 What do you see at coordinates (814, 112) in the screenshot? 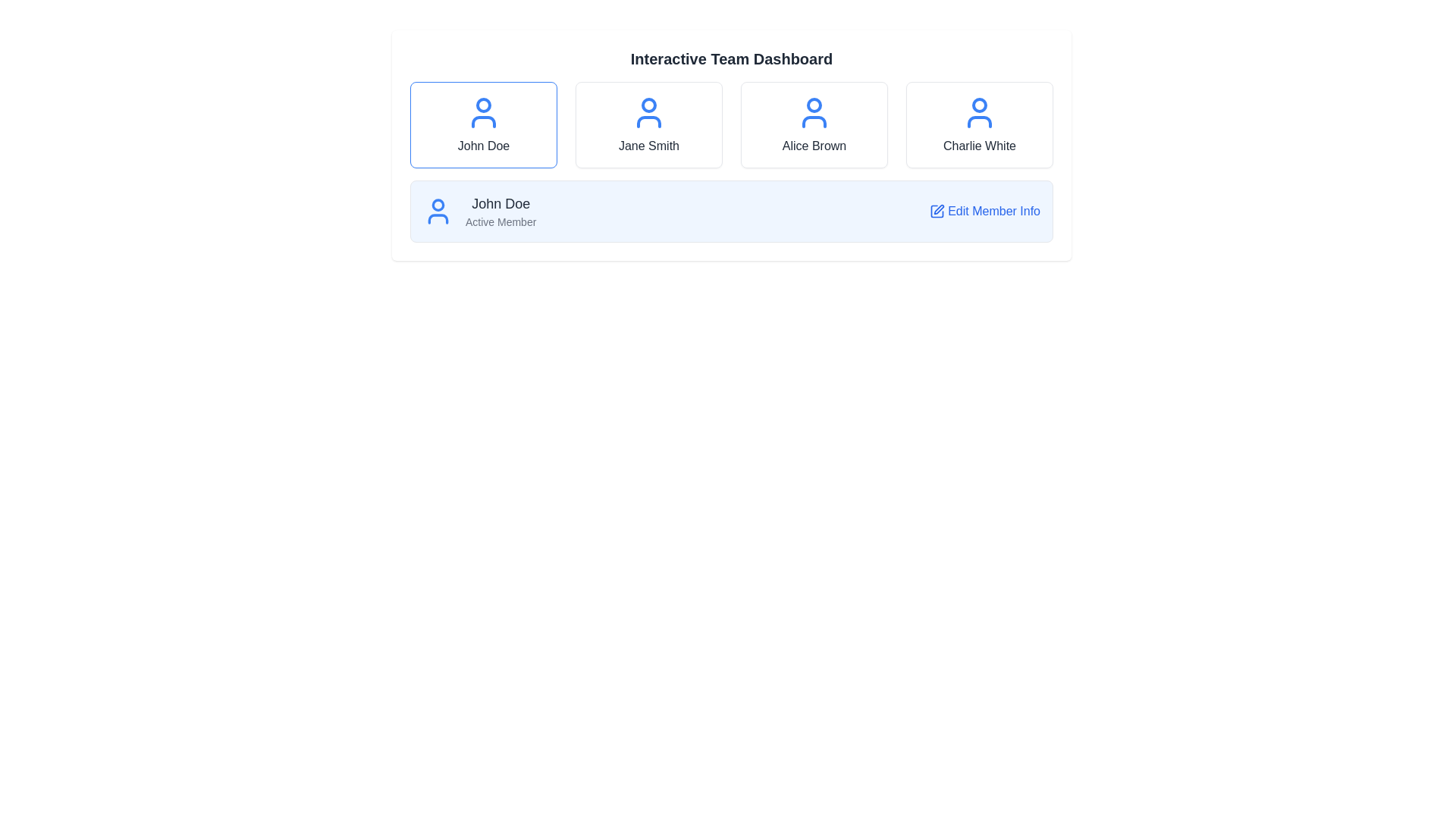
I see `the user icon representing 'Alice Brown'` at bounding box center [814, 112].